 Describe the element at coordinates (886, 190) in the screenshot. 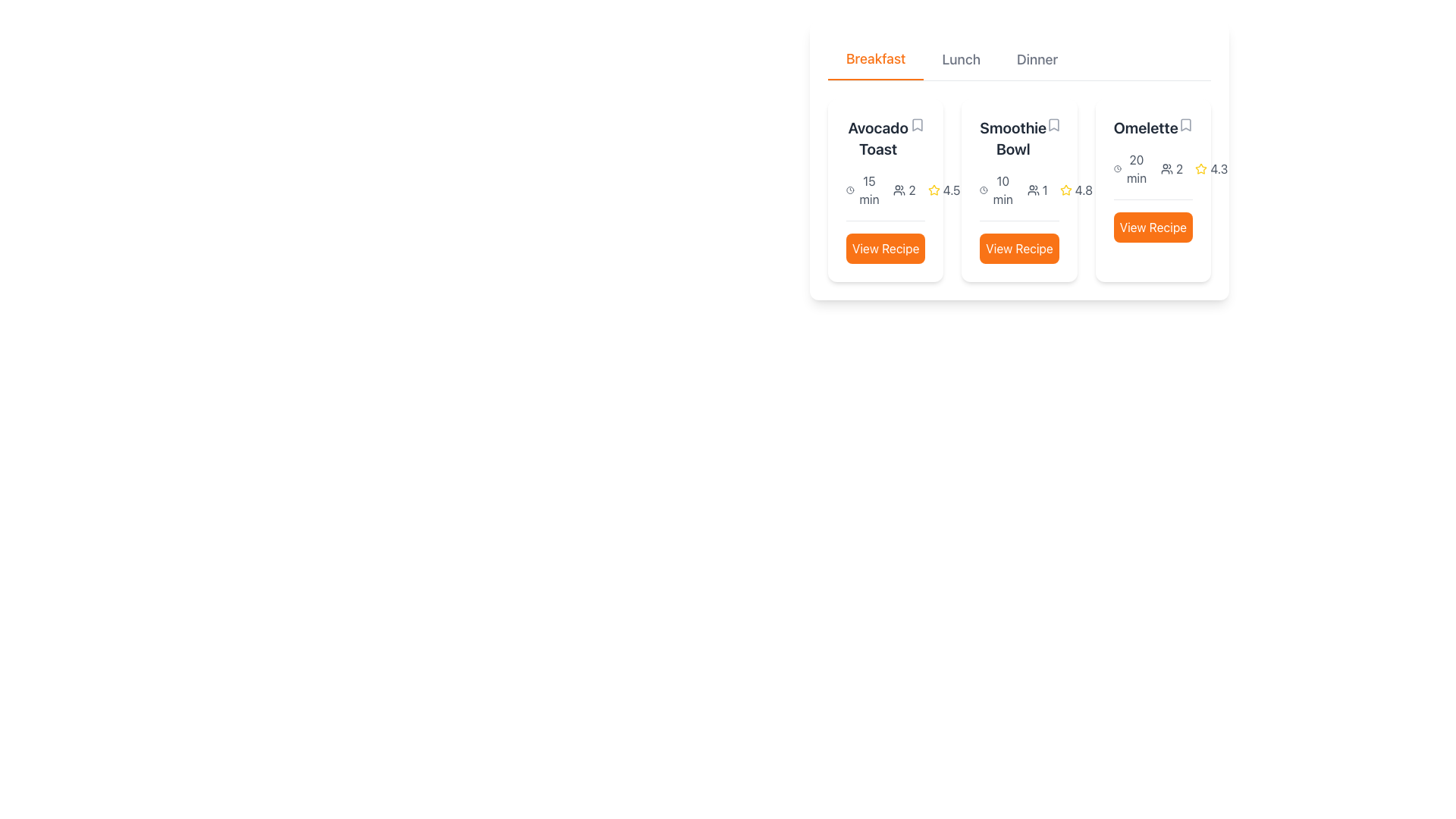

I see `the card displaying 'Avocado Toast' with a white background and 'View Recipe' button at the bottom` at that location.